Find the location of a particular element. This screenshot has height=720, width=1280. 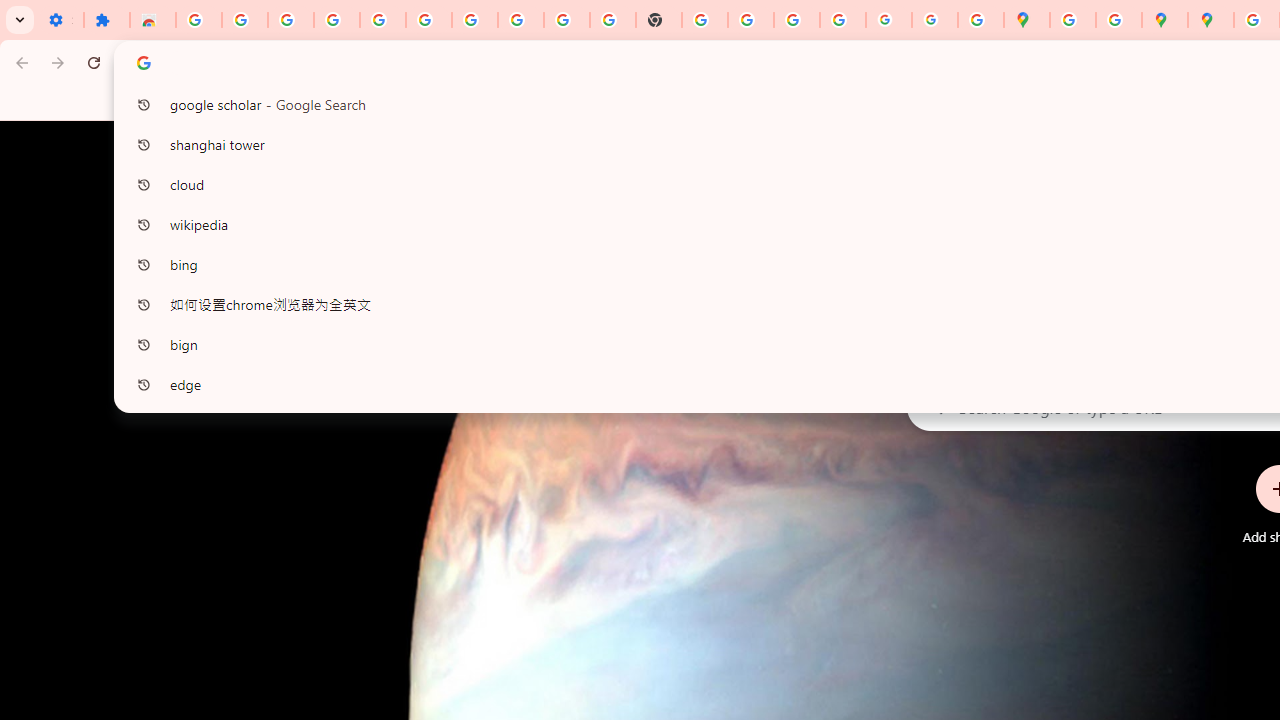

'Google Maps' is located at coordinates (1026, 20).